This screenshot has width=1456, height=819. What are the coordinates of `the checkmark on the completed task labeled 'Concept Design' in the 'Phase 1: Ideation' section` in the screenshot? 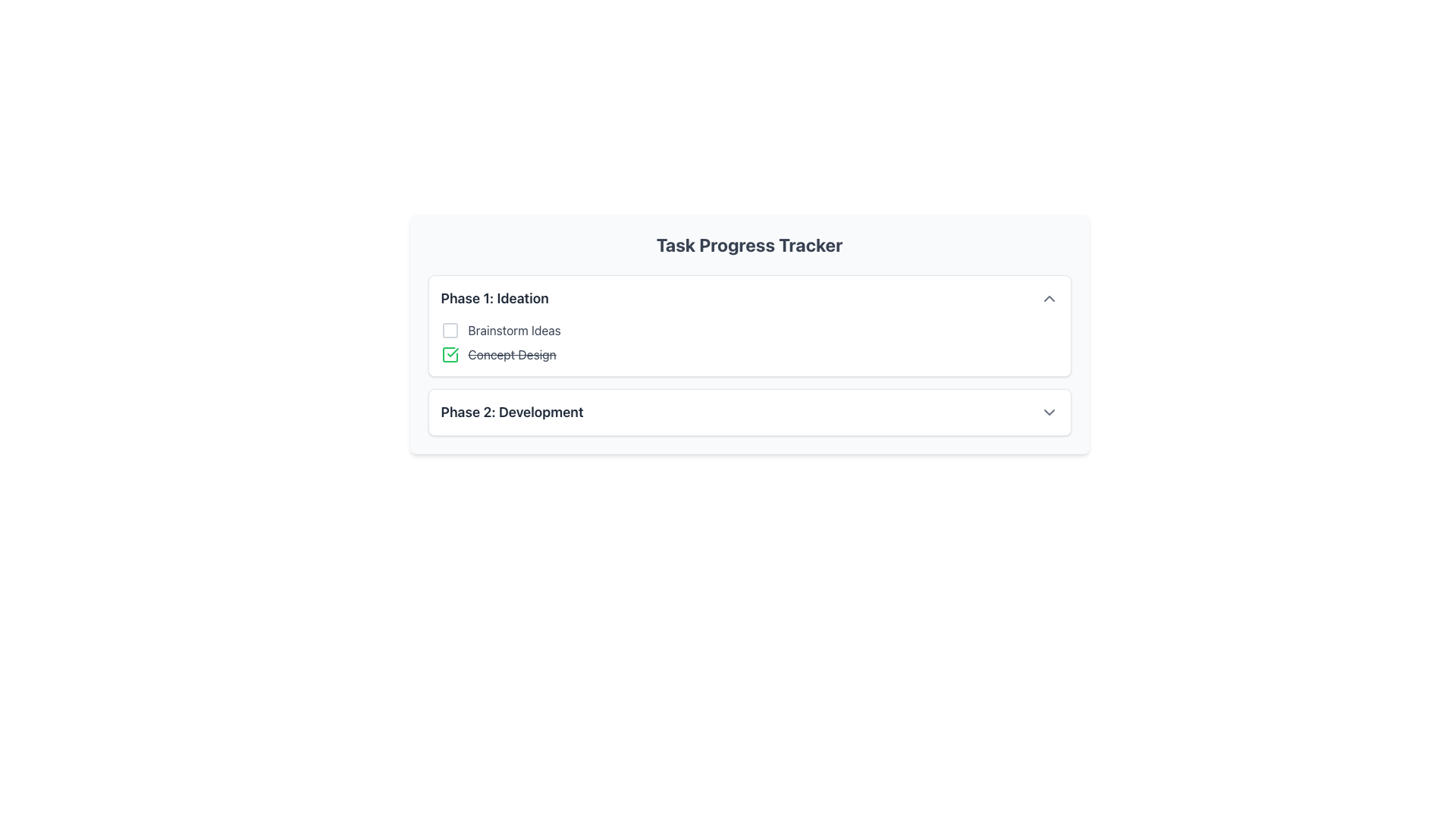 It's located at (749, 354).